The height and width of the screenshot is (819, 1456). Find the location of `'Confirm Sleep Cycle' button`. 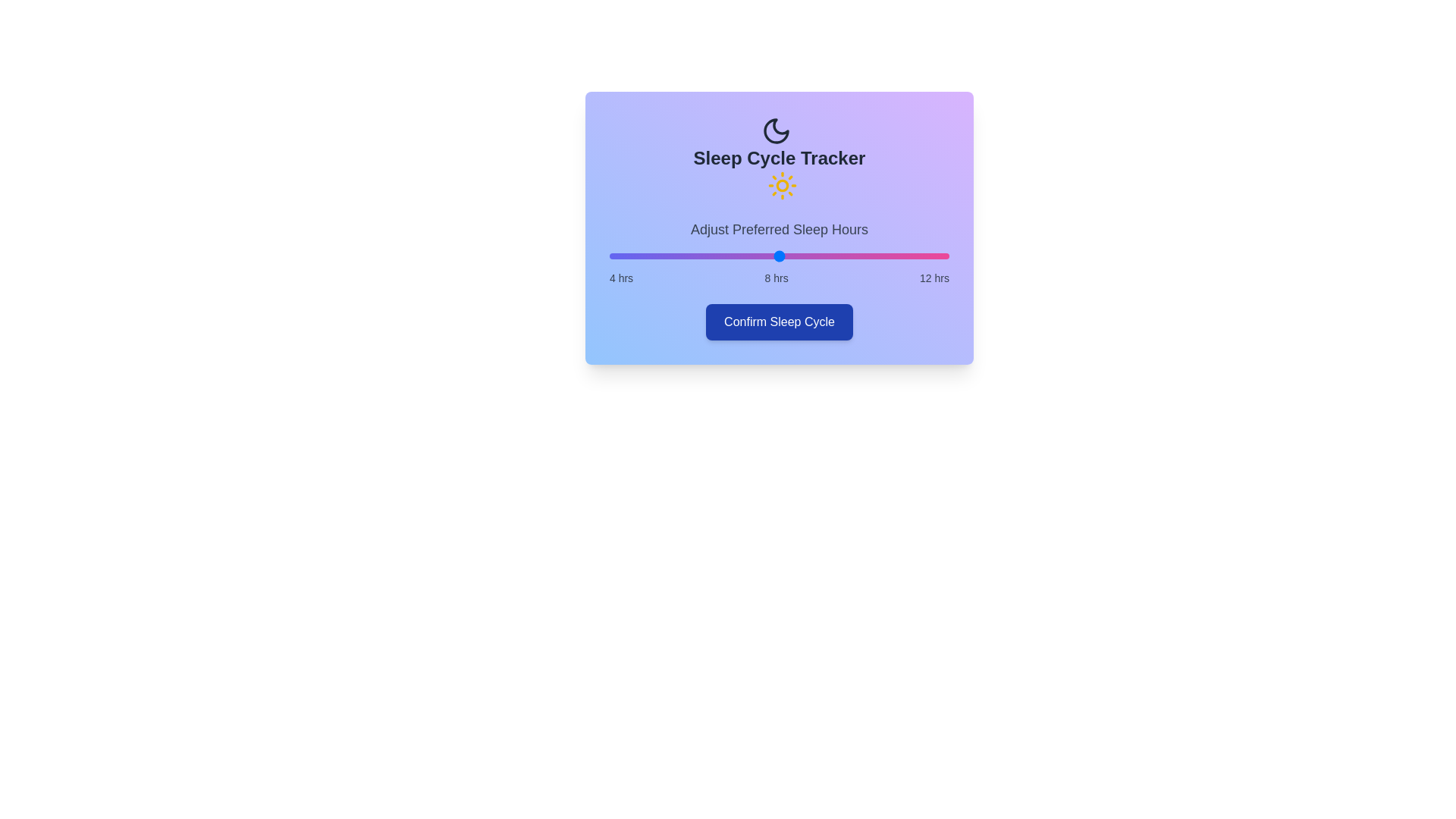

'Confirm Sleep Cycle' button is located at coordinates (779, 321).